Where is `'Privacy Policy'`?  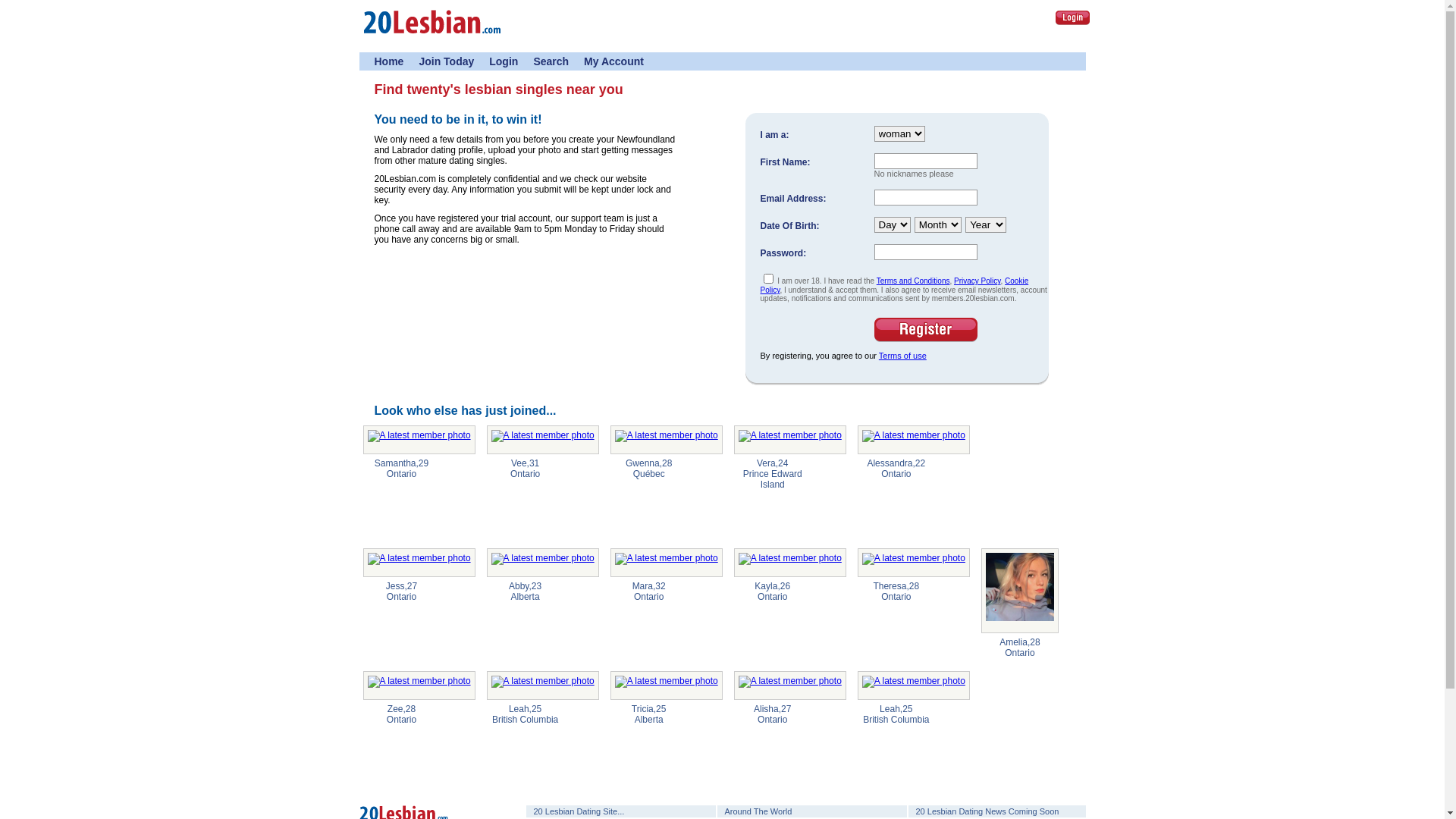 'Privacy Policy' is located at coordinates (977, 281).